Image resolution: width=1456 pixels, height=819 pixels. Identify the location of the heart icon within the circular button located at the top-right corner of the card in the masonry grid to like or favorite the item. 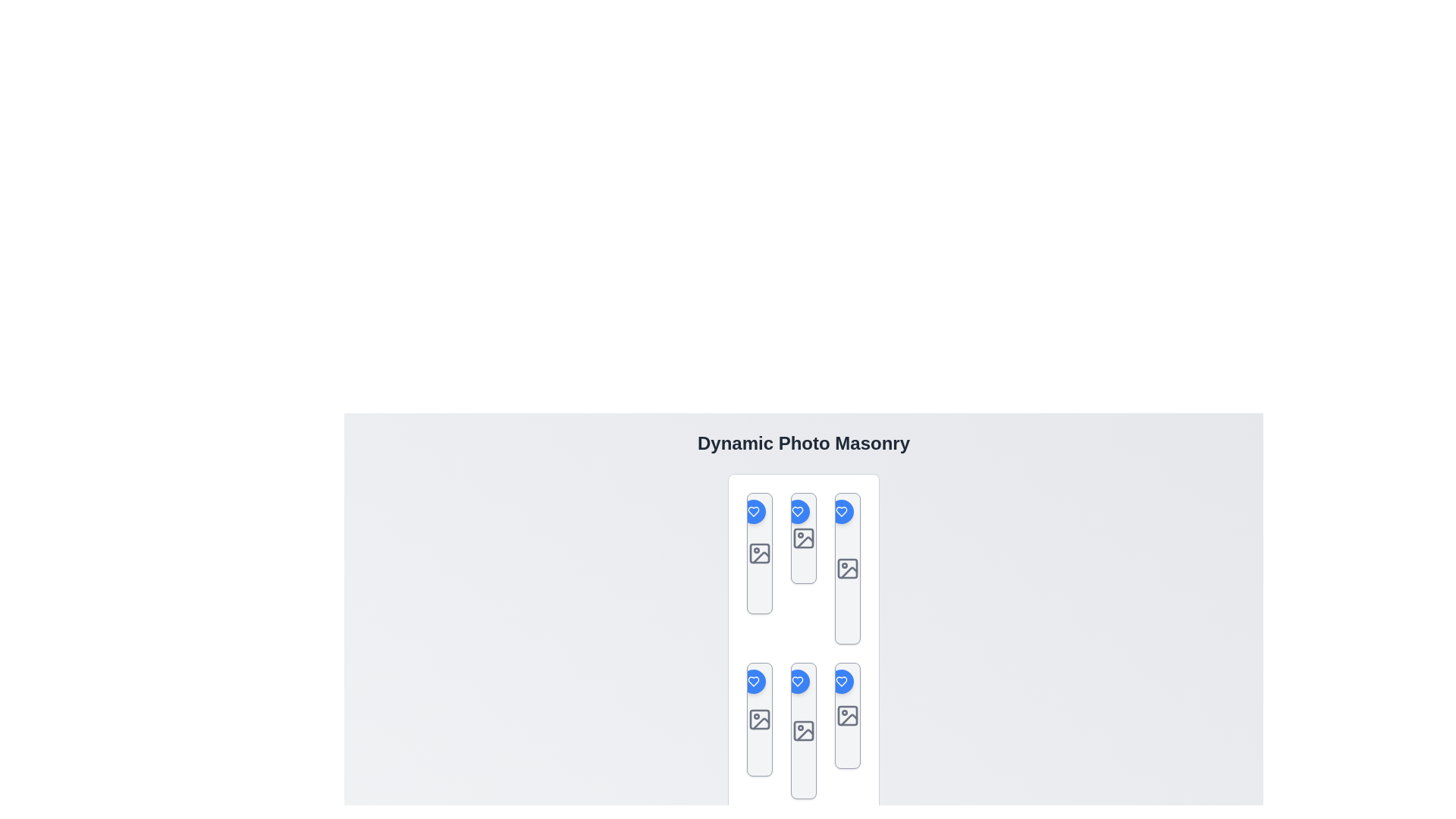
(753, 512).